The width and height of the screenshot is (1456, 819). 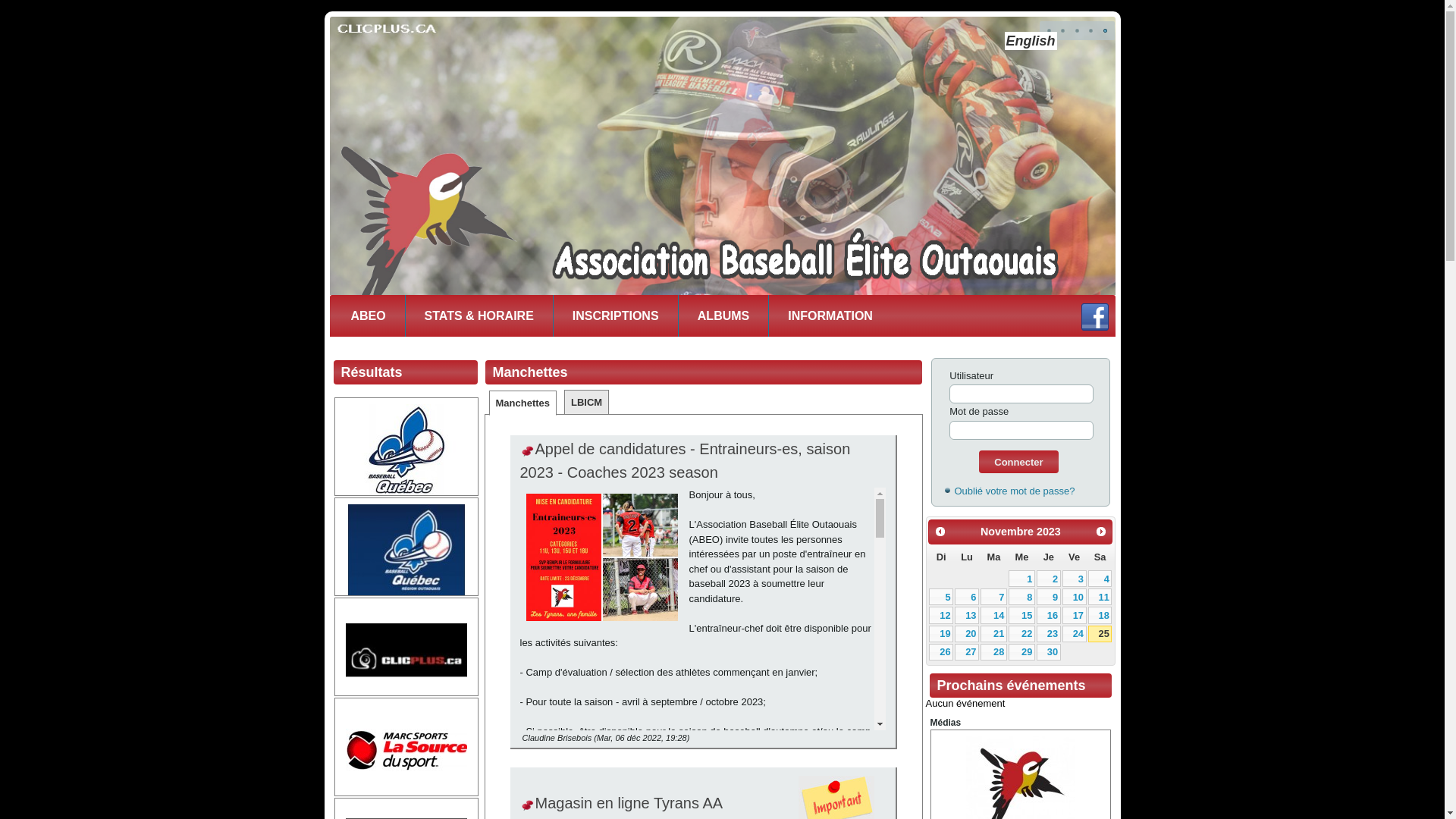 What do you see at coordinates (1021, 595) in the screenshot?
I see `'8'` at bounding box center [1021, 595].